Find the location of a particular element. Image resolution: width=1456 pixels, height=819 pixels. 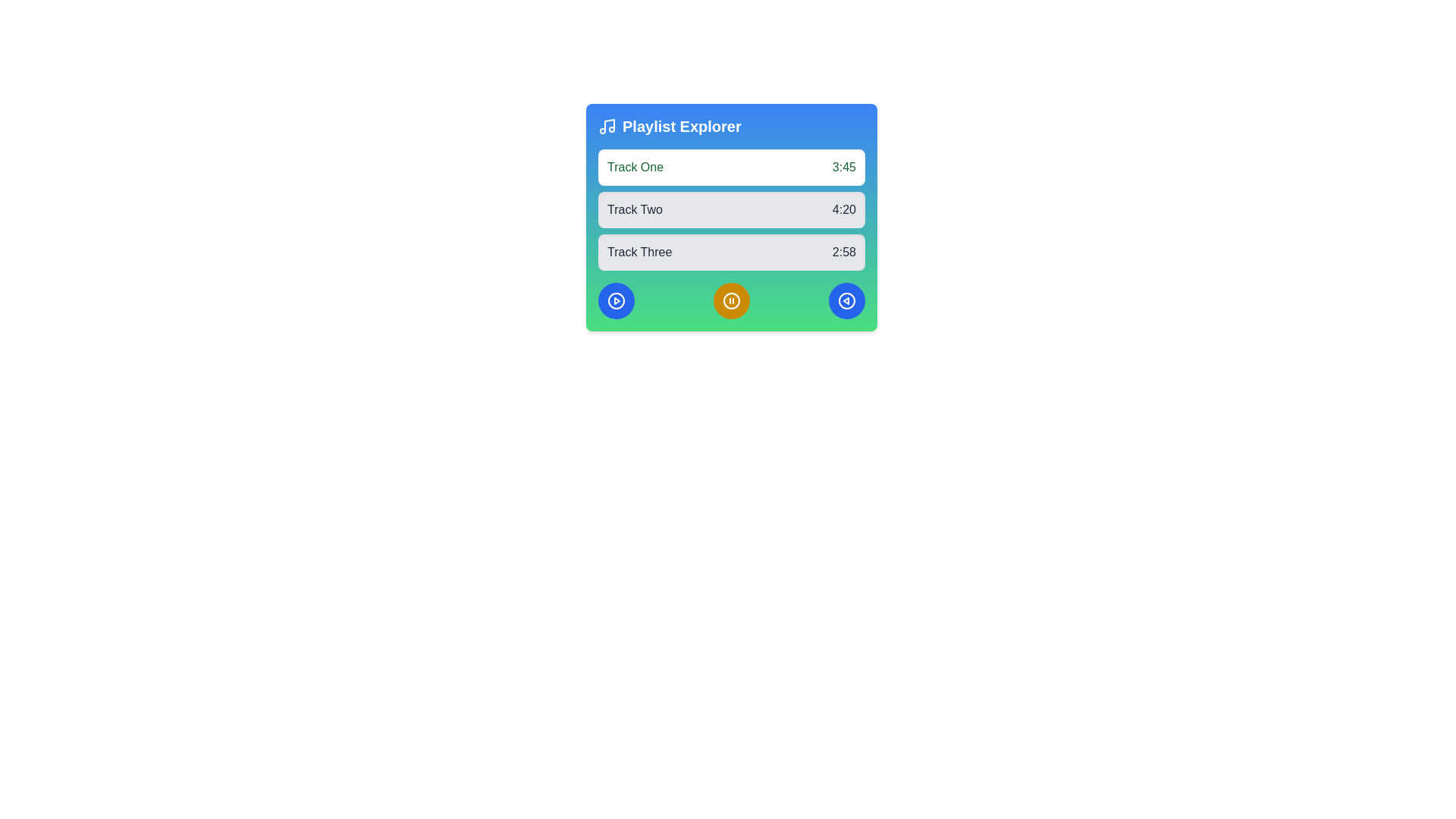

the static text label displaying the title of the third track in the playlist, which is located in the third row of a vertically arranged list of tracks is located at coordinates (639, 251).